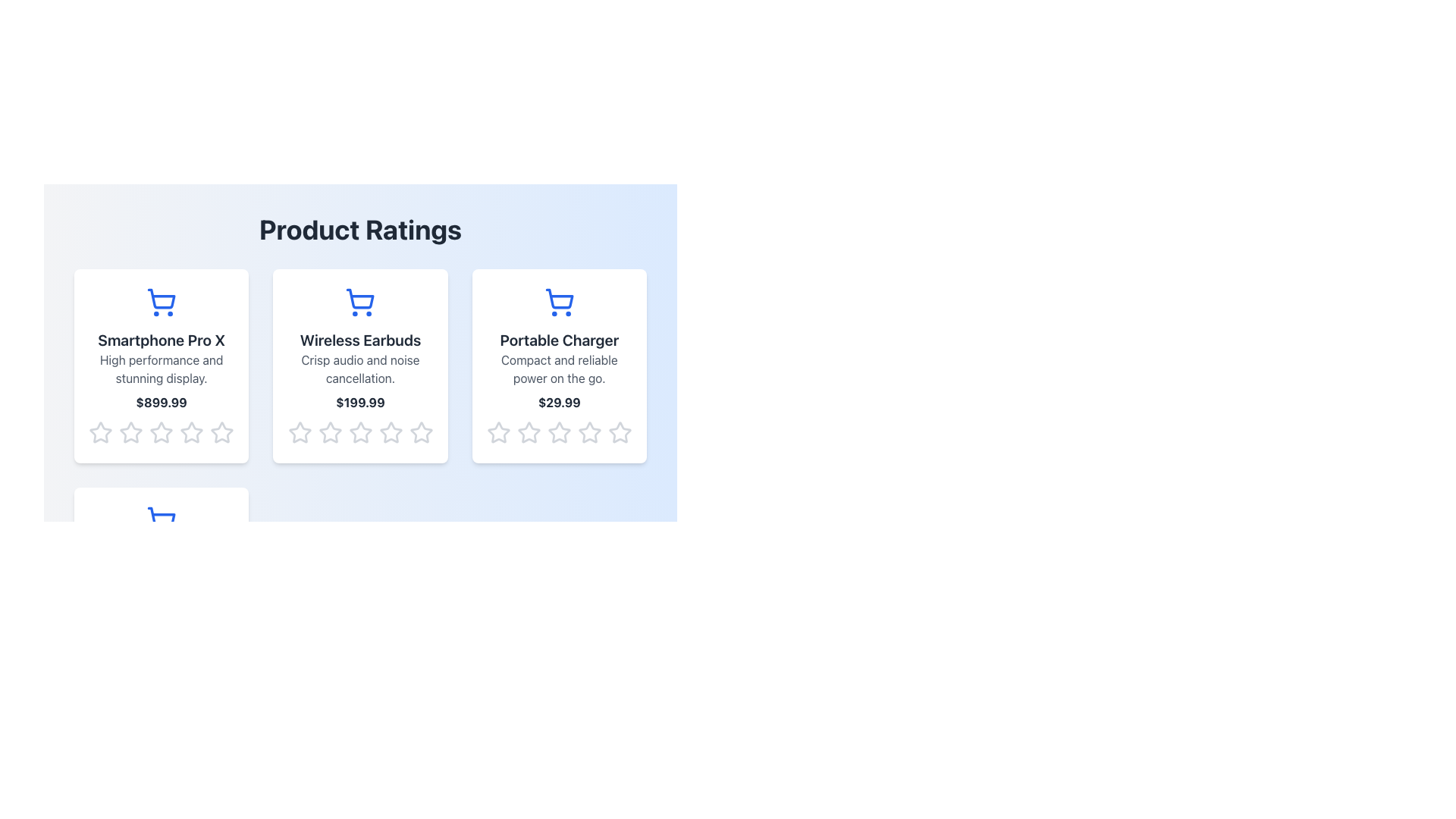  Describe the element at coordinates (558, 432) in the screenshot. I see `on the fourth star icon in the star rating row below the card for the 'Portable Charger'` at that location.